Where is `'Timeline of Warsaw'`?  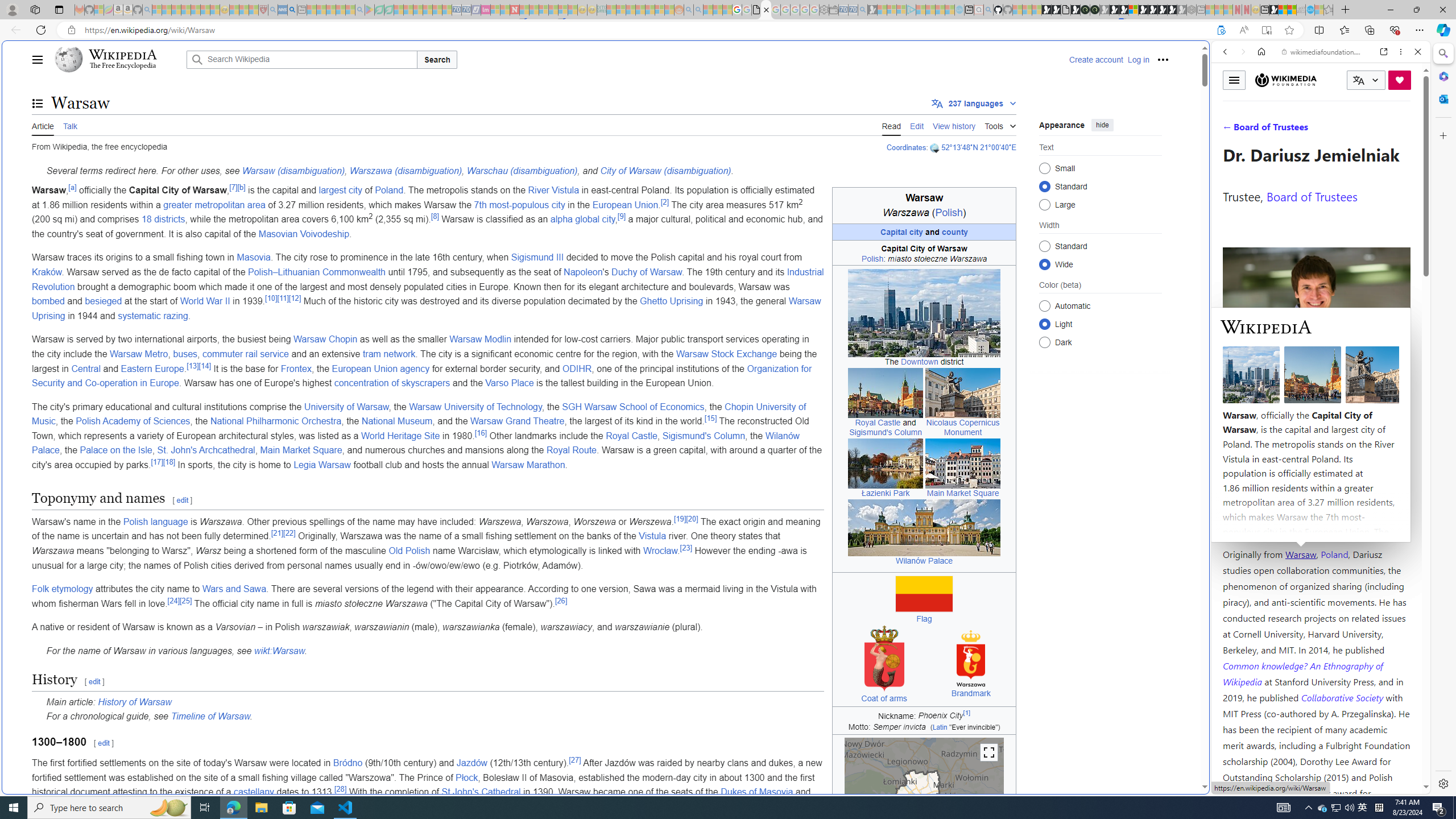 'Timeline of Warsaw' is located at coordinates (209, 717).